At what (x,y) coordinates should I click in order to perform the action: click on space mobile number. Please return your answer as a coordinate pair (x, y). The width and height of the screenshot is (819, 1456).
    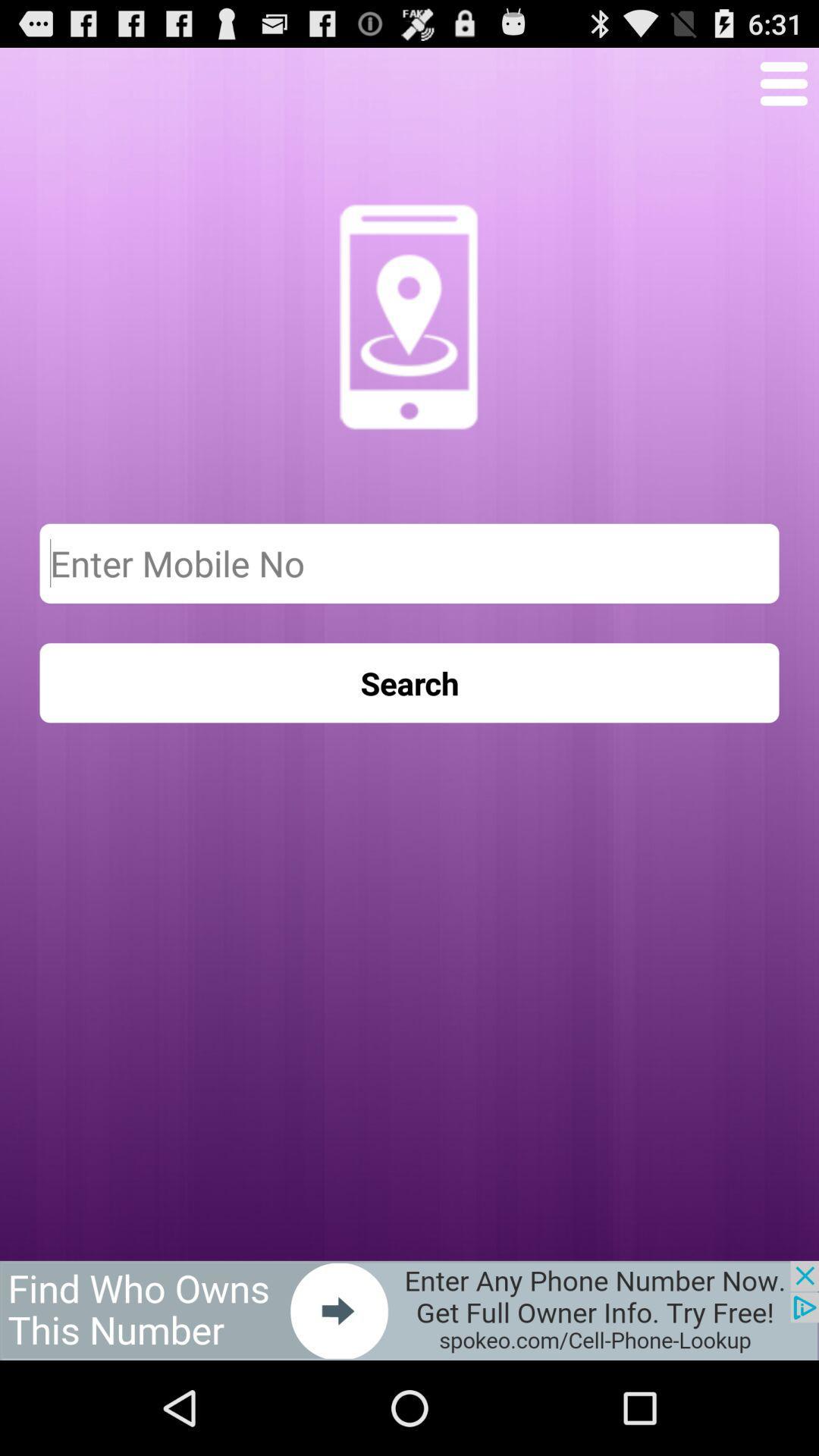
    Looking at the image, I should click on (409, 563).